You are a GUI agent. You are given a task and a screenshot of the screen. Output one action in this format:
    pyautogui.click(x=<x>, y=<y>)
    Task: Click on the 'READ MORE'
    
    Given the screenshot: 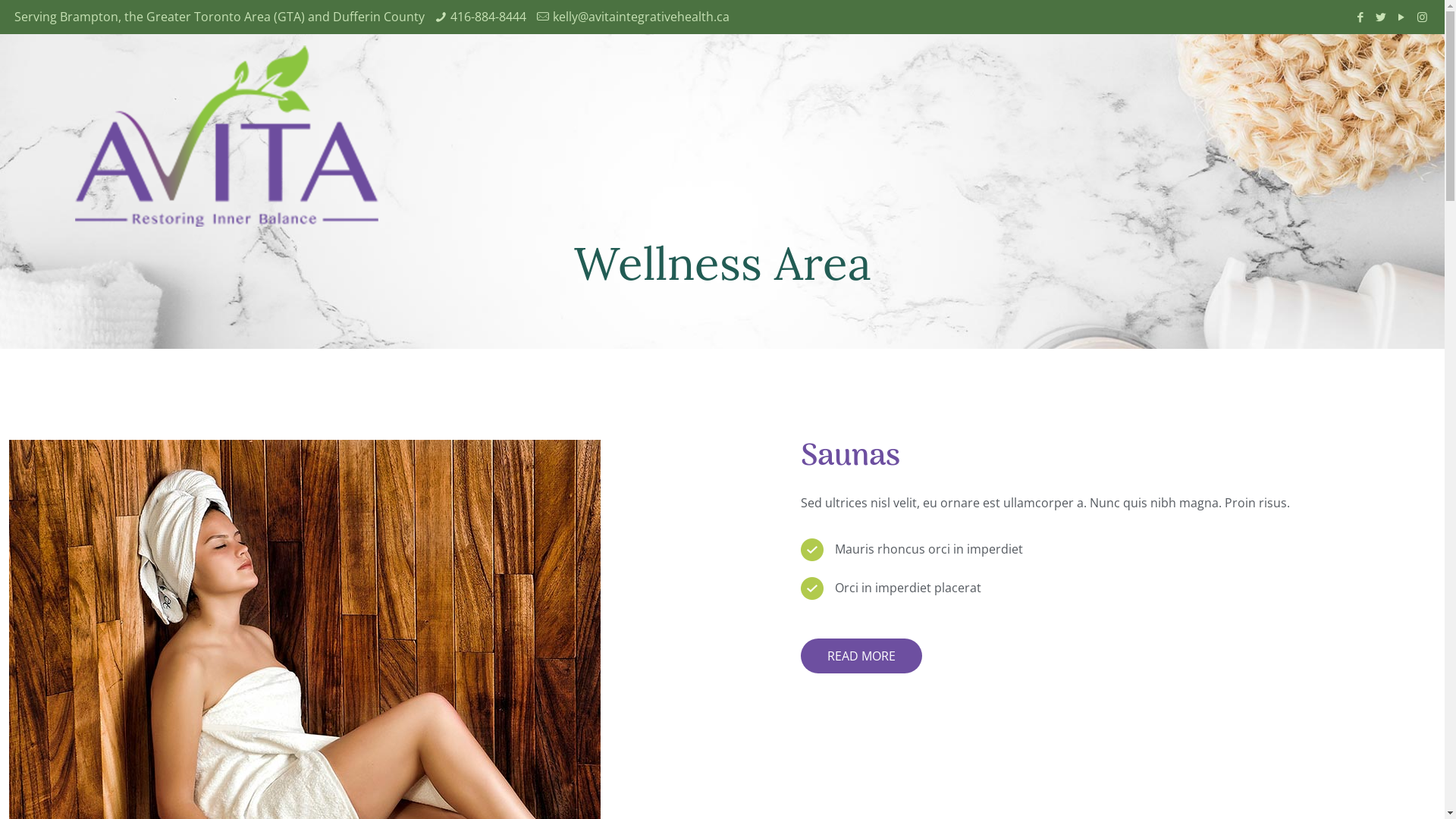 What is the action you would take?
    pyautogui.click(x=861, y=654)
    